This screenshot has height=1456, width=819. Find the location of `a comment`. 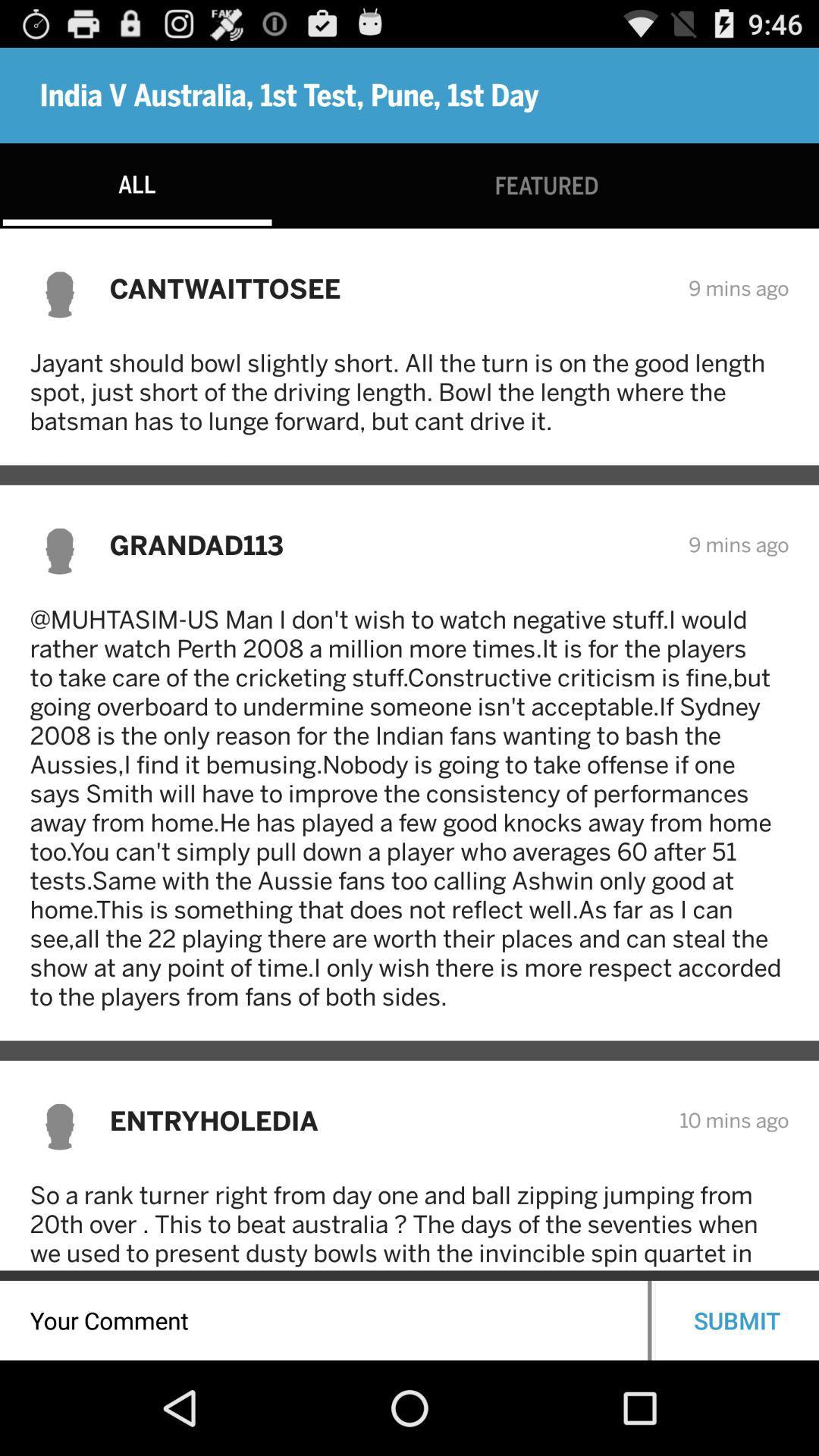

a comment is located at coordinates (323, 1319).